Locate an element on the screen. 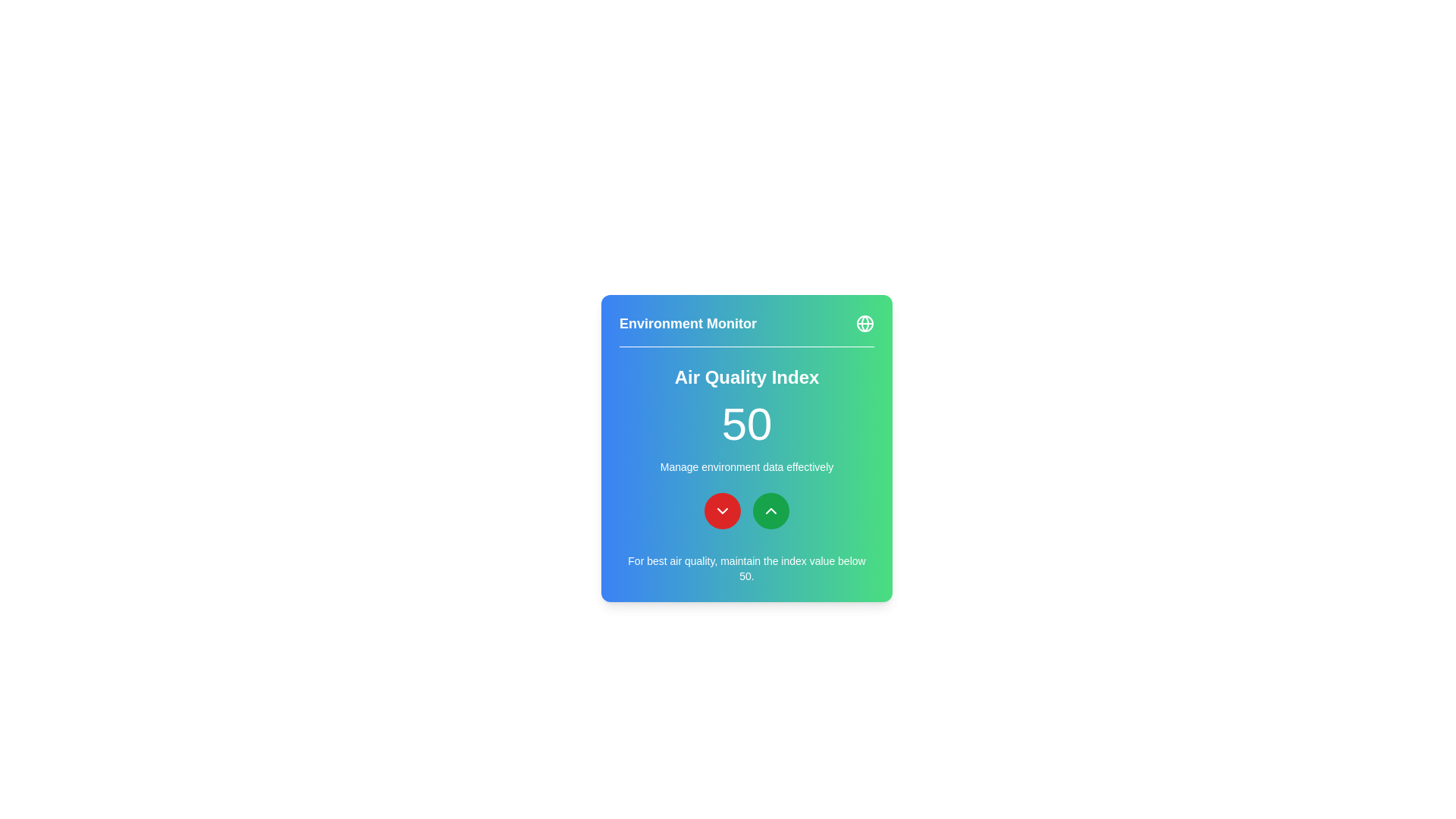 The height and width of the screenshot is (819, 1456). the circular element within the SVG globe icon located in the top-right corner of the interface is located at coordinates (865, 323).